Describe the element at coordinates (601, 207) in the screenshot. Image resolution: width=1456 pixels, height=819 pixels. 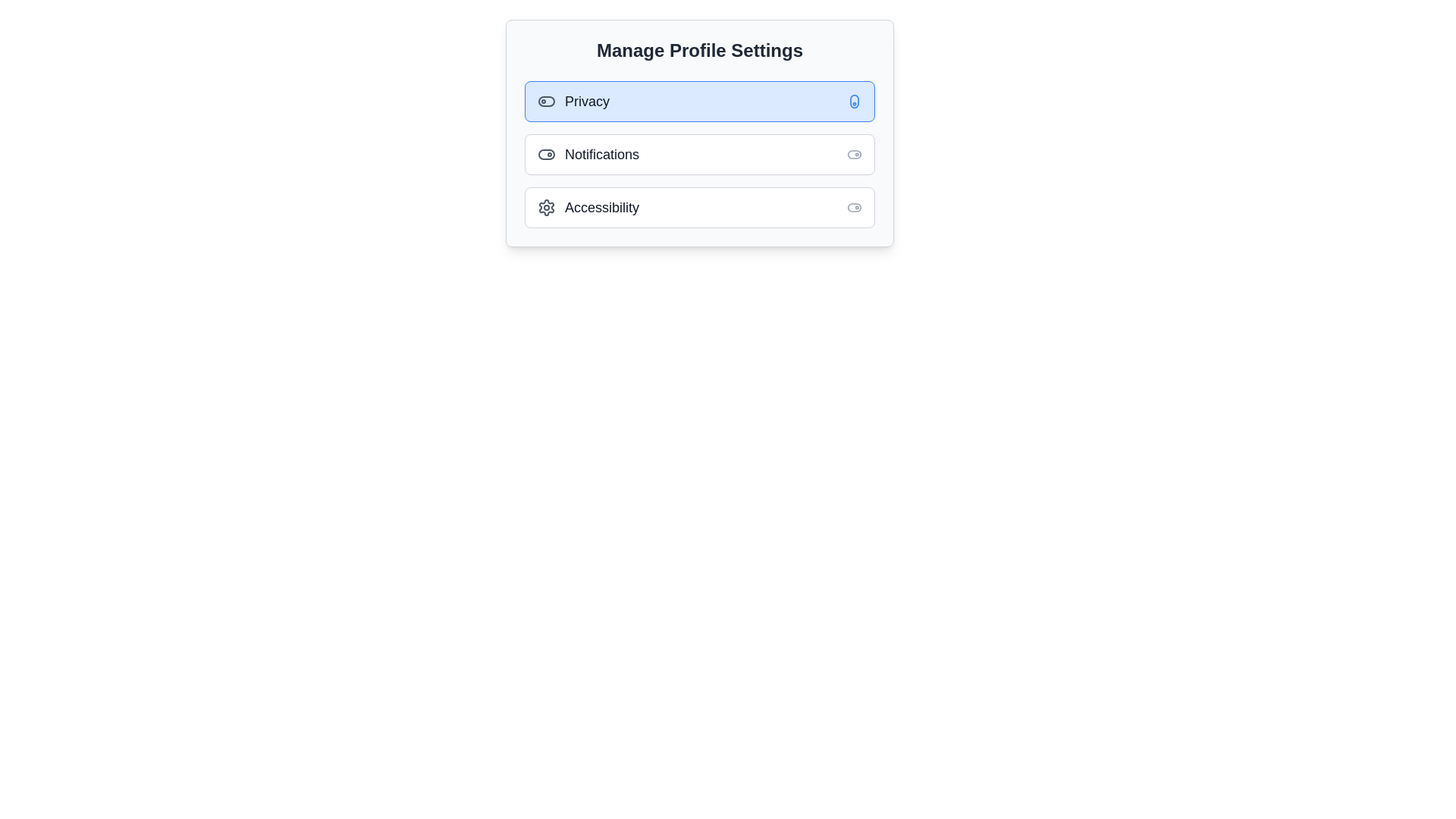
I see `the text label that displays 'Accessibility', which is aligned to the right of a gear icon and is the third item in the vertical settings list under 'Manage Profile Settings'` at that location.